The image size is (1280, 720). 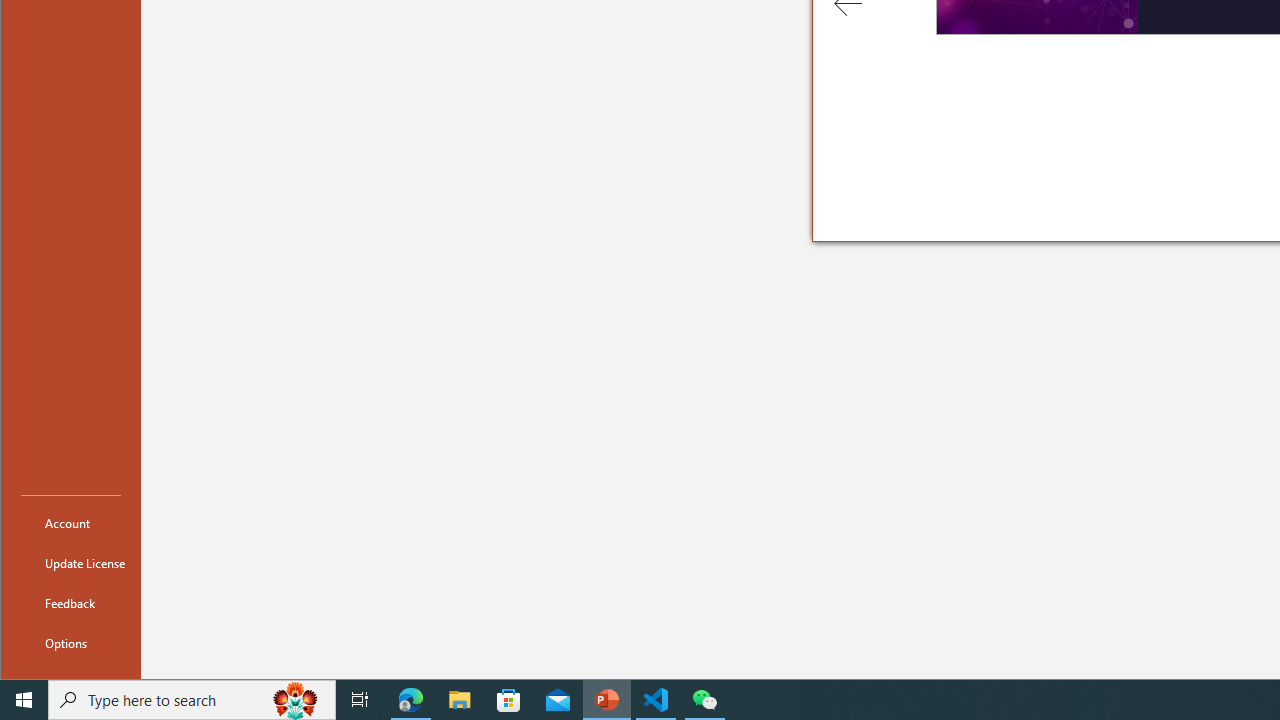 What do you see at coordinates (71, 642) in the screenshot?
I see `'Options'` at bounding box center [71, 642].